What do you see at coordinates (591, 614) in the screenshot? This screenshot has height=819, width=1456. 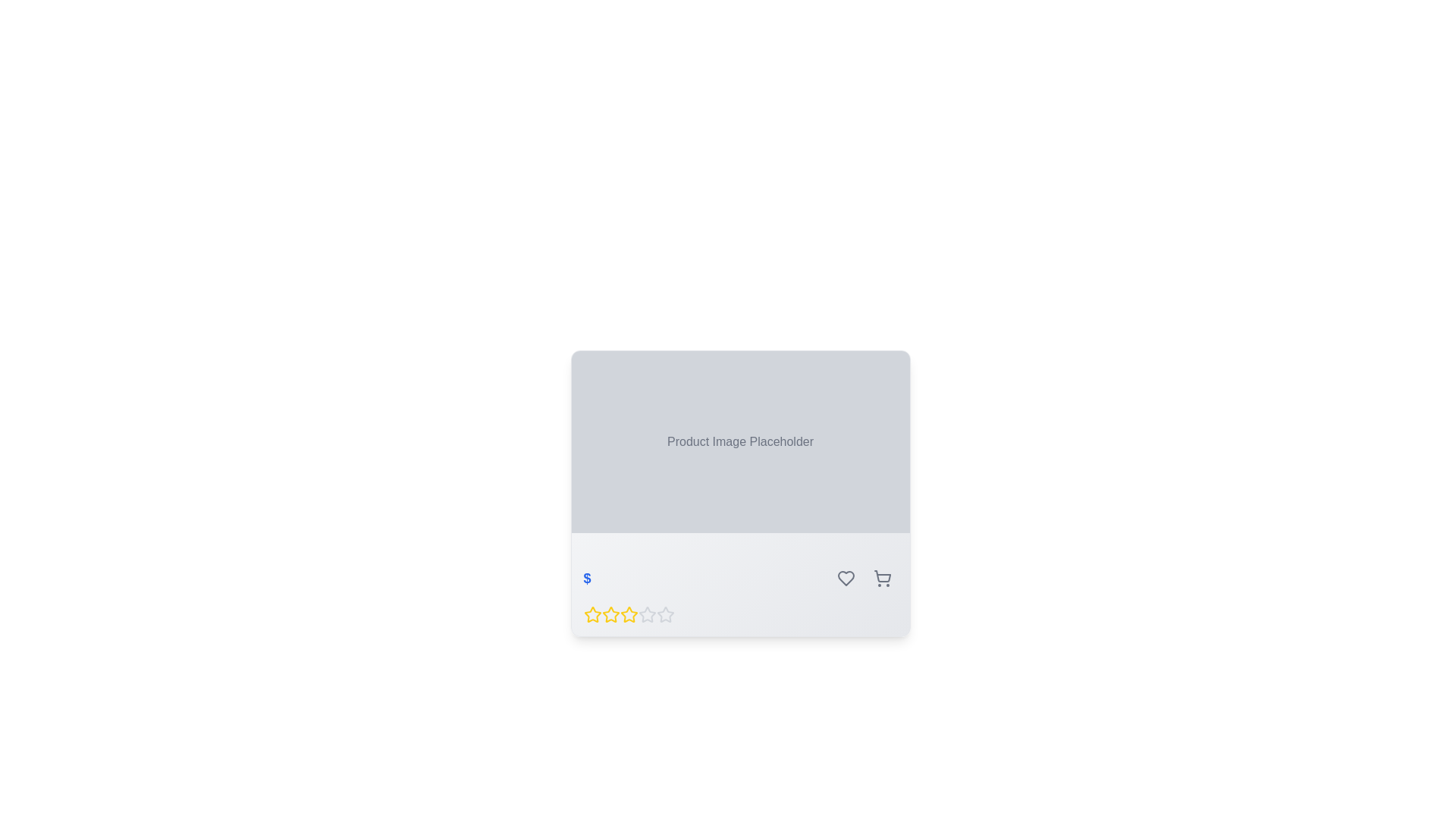 I see `the first star icon in the rating system to assign or change a rating` at bounding box center [591, 614].